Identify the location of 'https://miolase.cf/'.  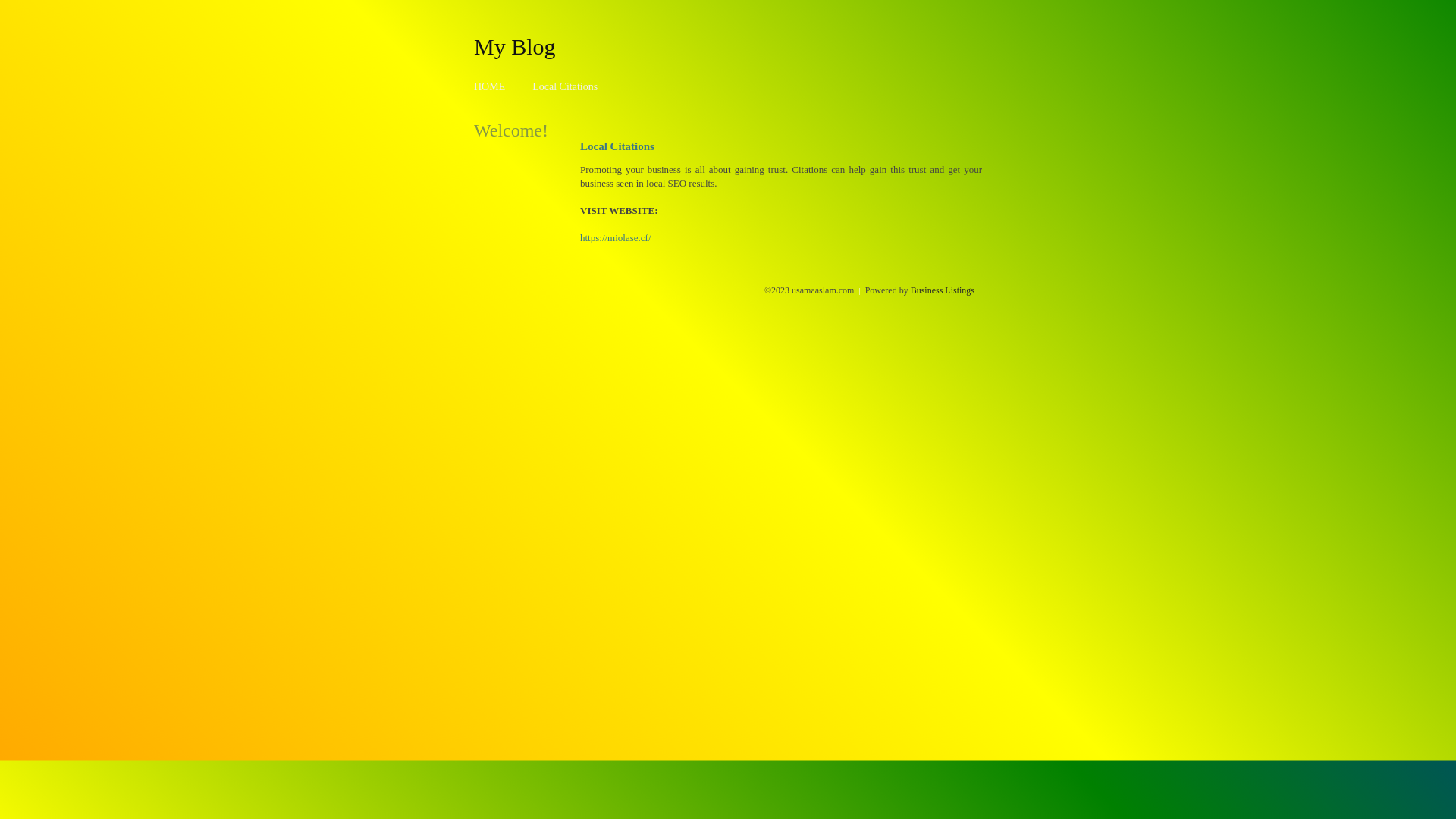
(579, 237).